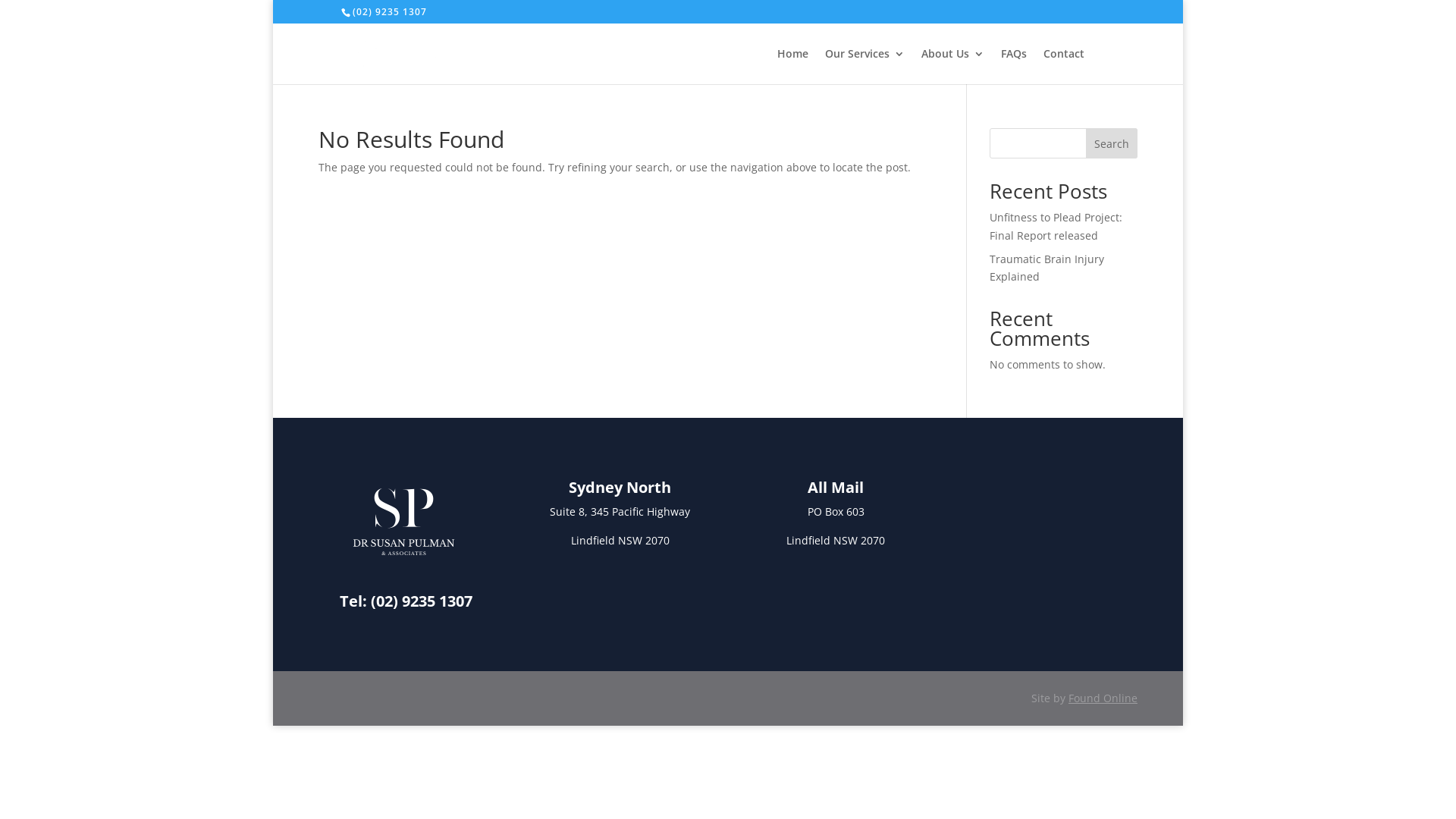 Image resolution: width=1456 pixels, height=819 pixels. What do you see at coordinates (990, 226) in the screenshot?
I see `'Unfitness to Plead Project: Final Report released'` at bounding box center [990, 226].